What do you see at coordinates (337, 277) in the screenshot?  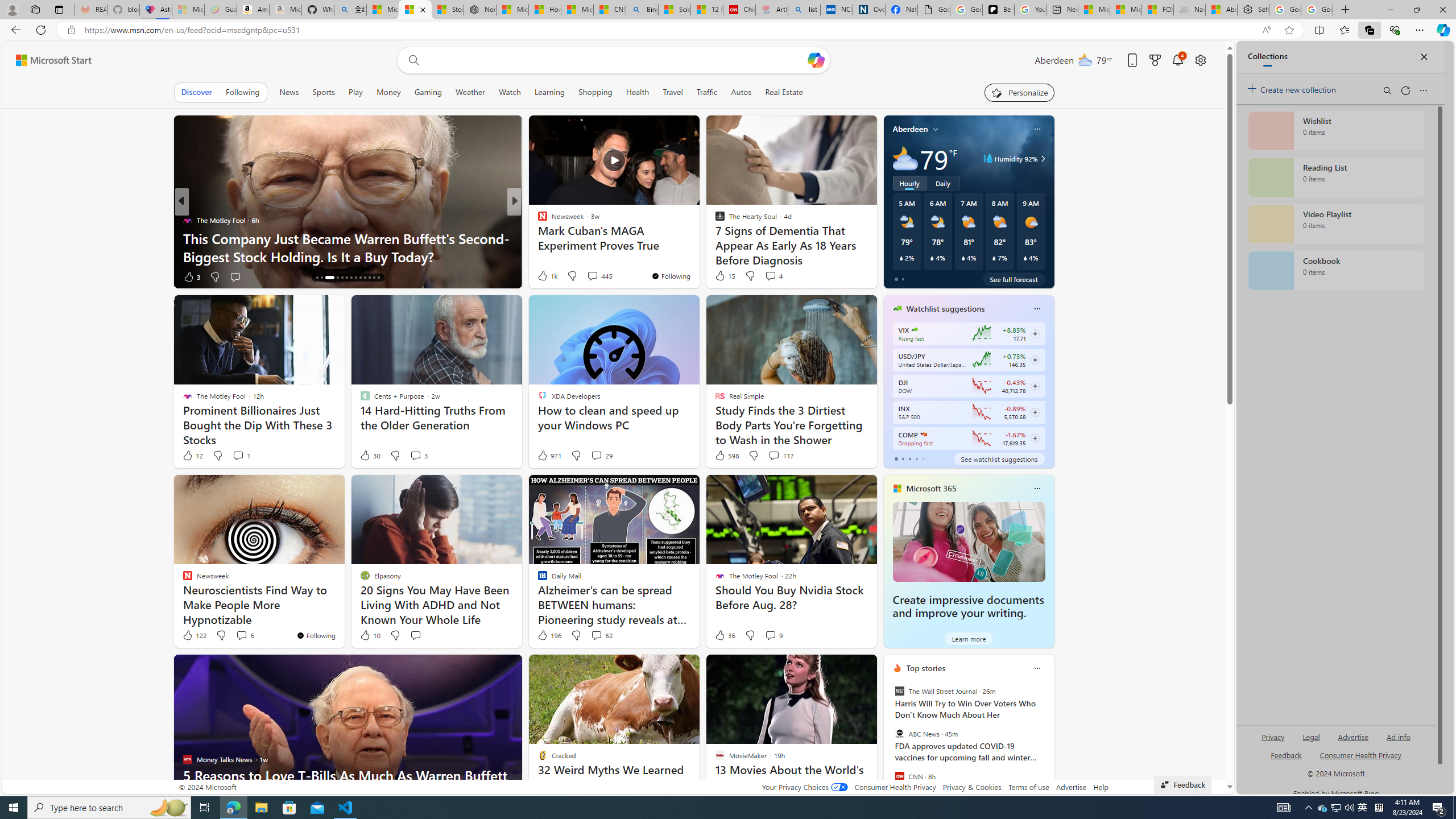 I see `'AutomationID: tab-17'` at bounding box center [337, 277].